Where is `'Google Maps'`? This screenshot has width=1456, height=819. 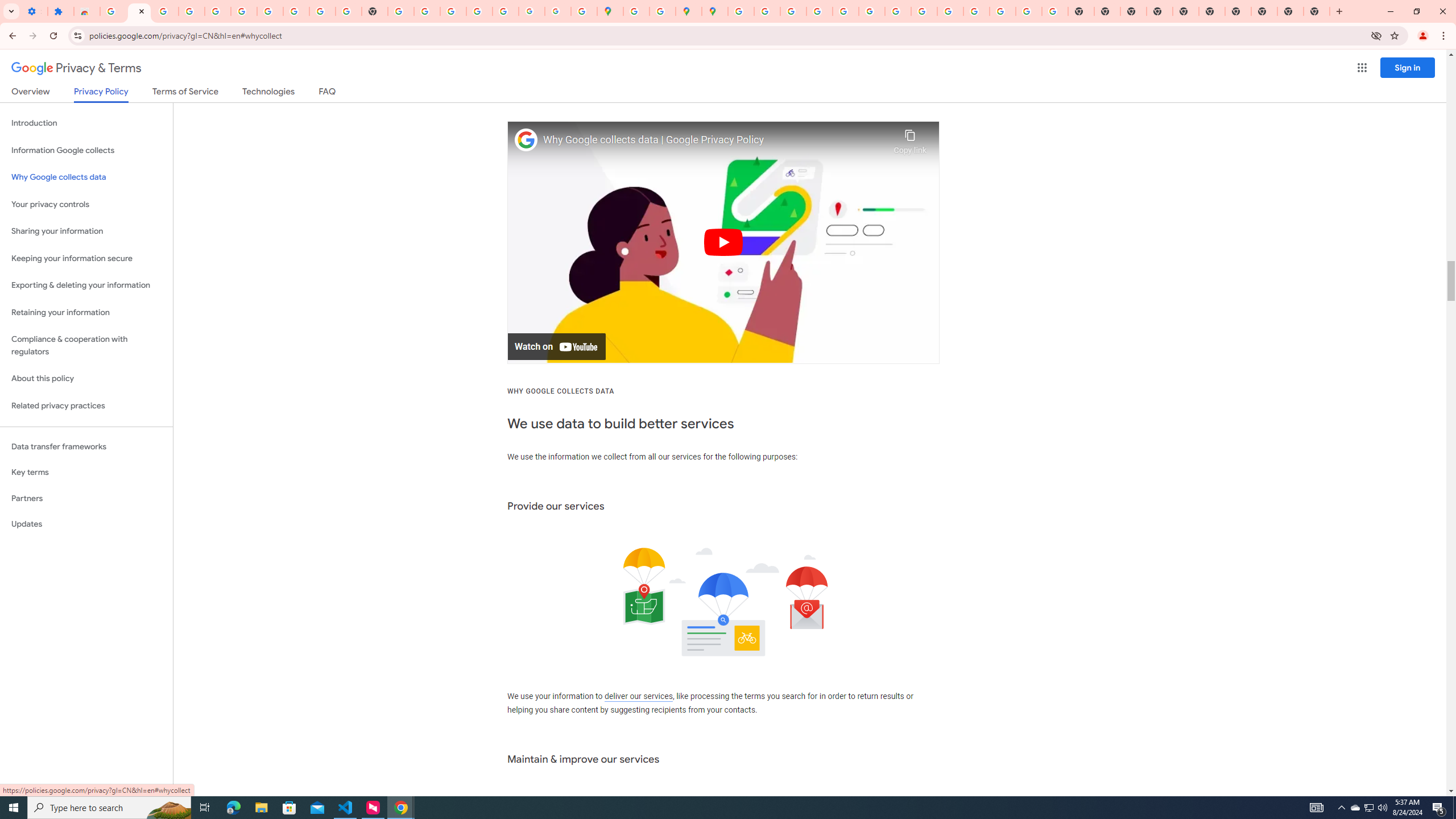
'Google Maps' is located at coordinates (610, 11).